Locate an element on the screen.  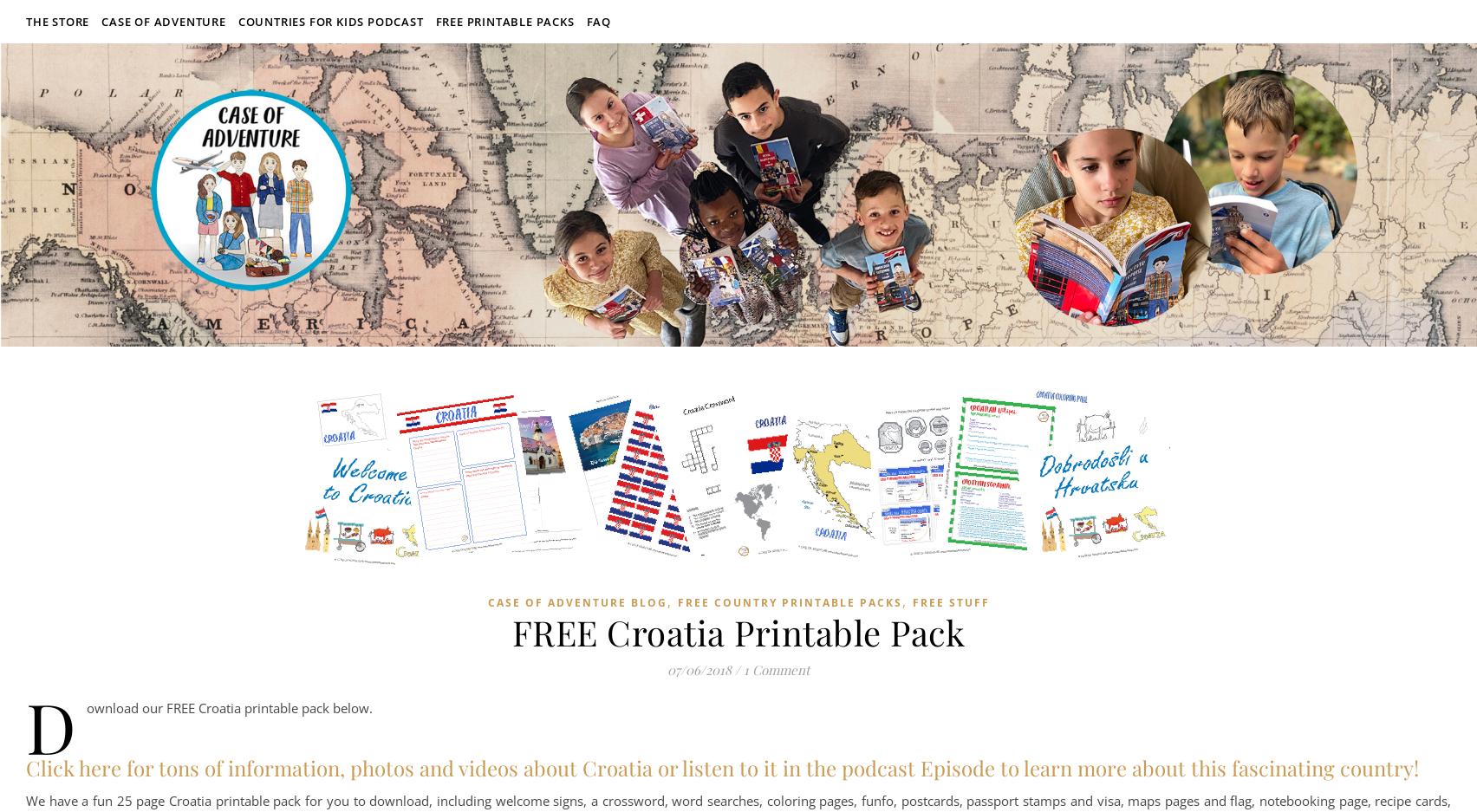
'/' is located at coordinates (736, 670).